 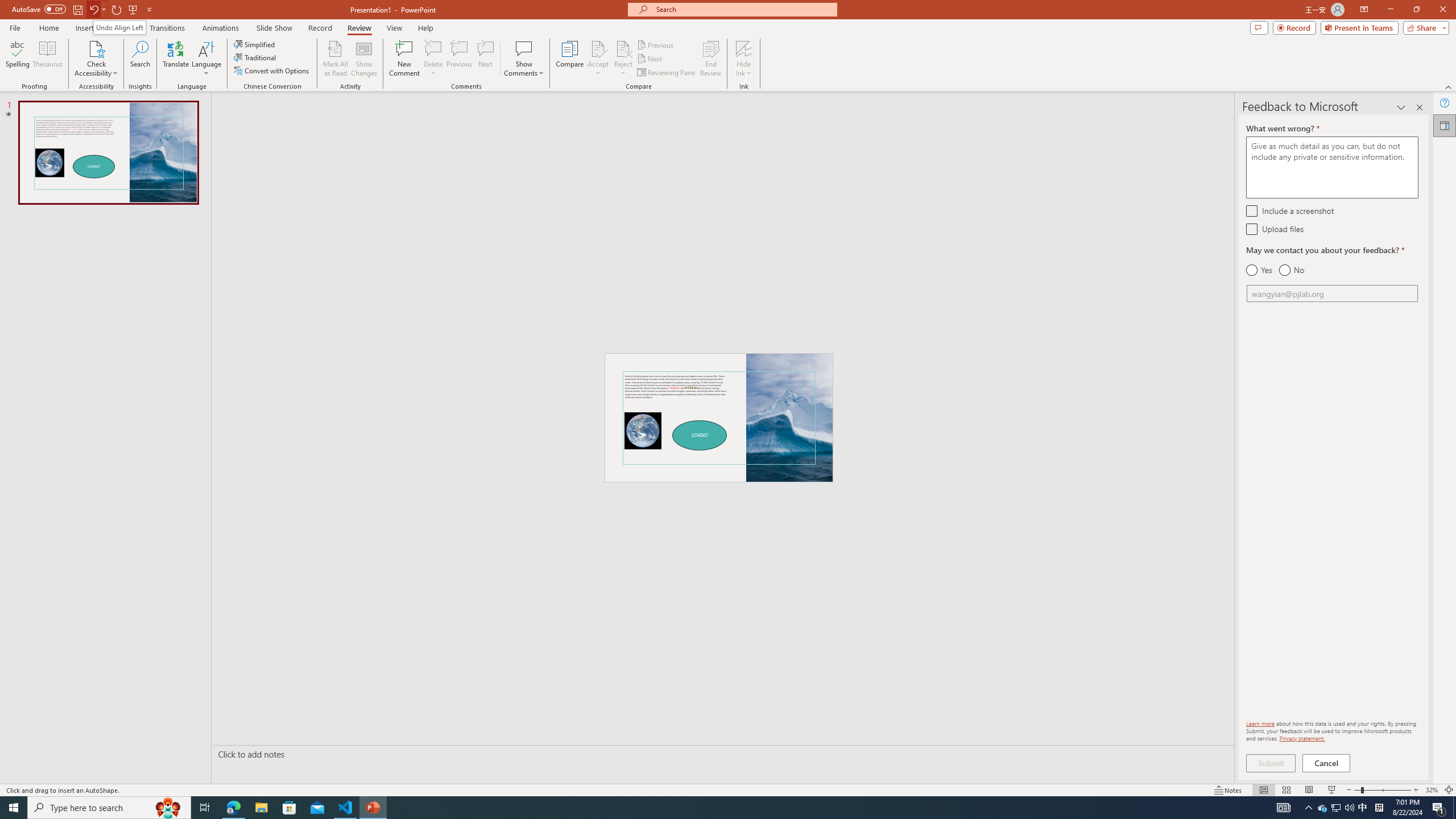 What do you see at coordinates (650, 59) in the screenshot?
I see `'Next'` at bounding box center [650, 59].